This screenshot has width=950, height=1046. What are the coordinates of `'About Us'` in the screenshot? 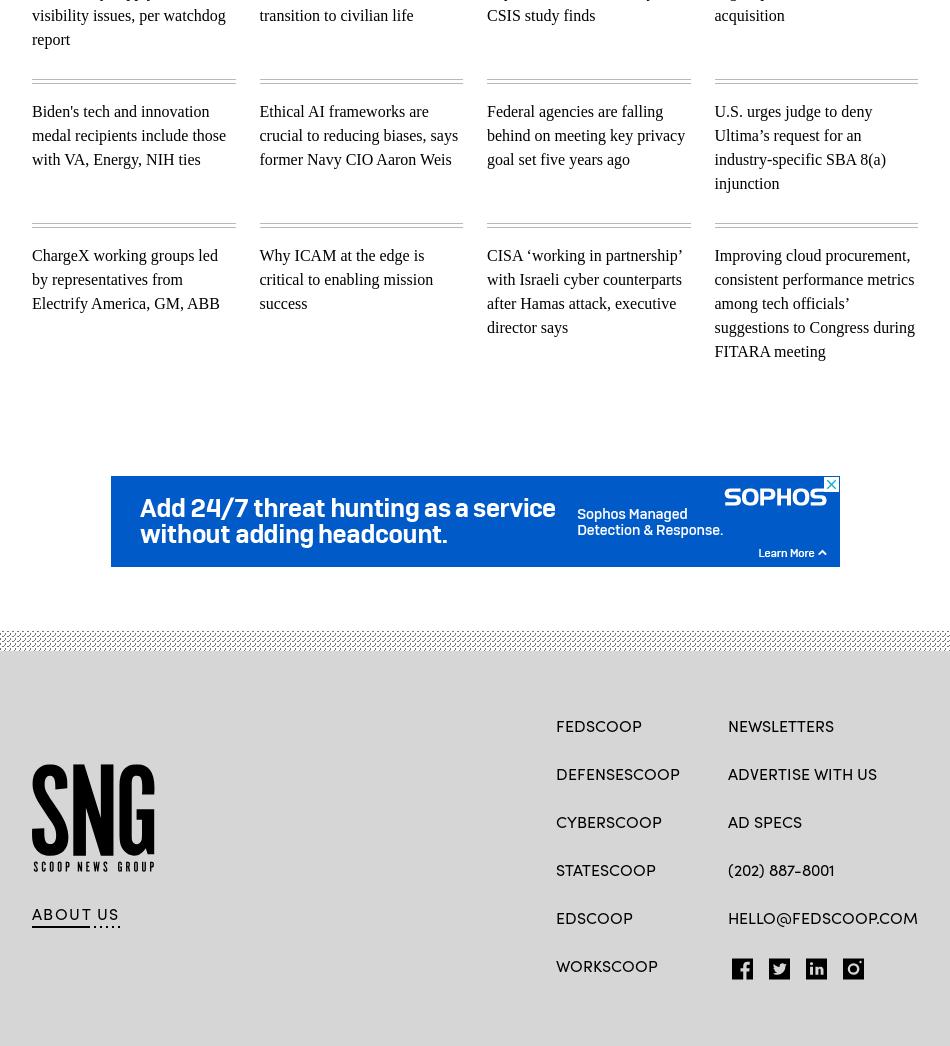 It's located at (75, 912).